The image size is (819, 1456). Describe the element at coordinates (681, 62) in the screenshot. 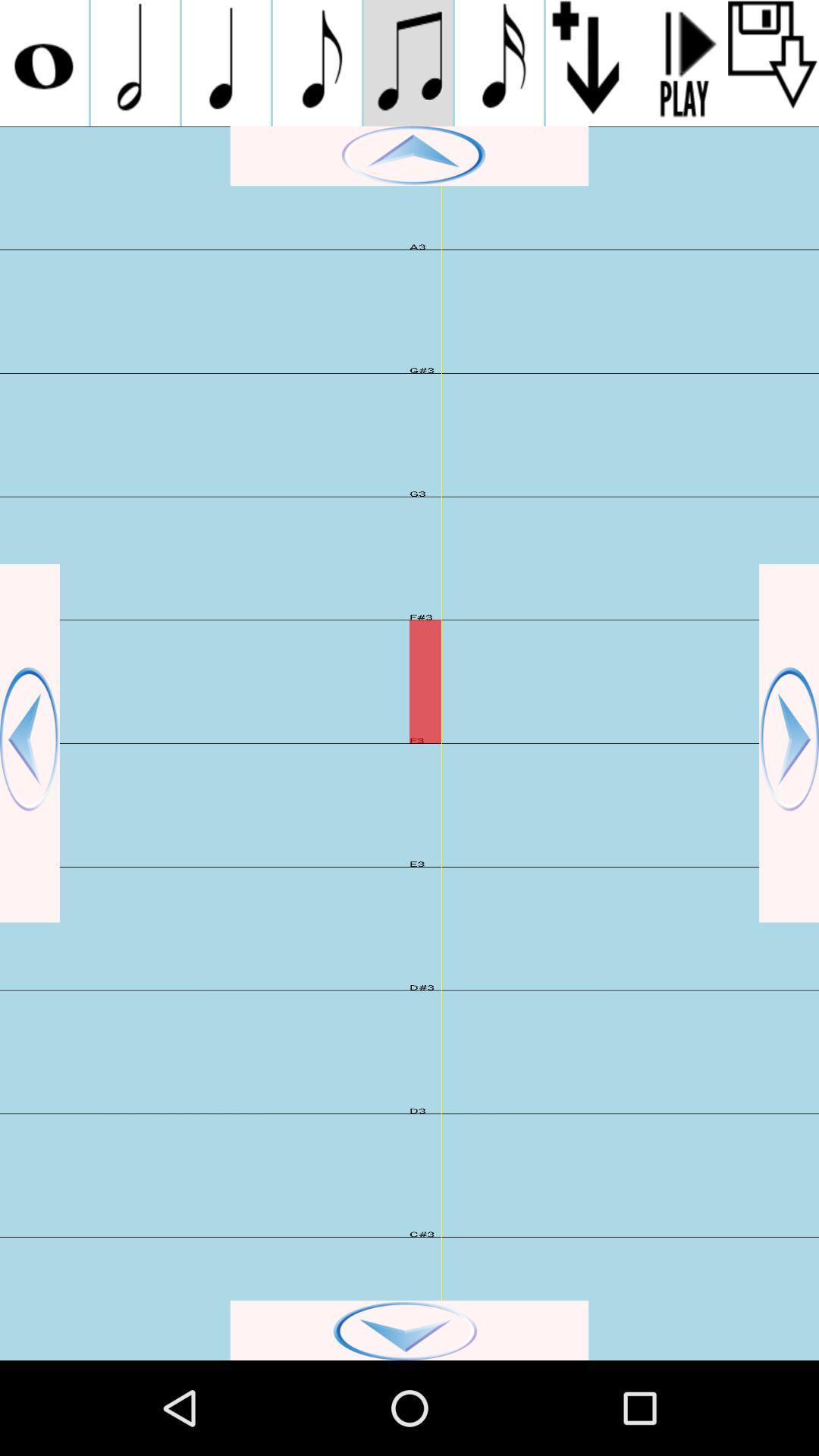

I see `play` at that location.